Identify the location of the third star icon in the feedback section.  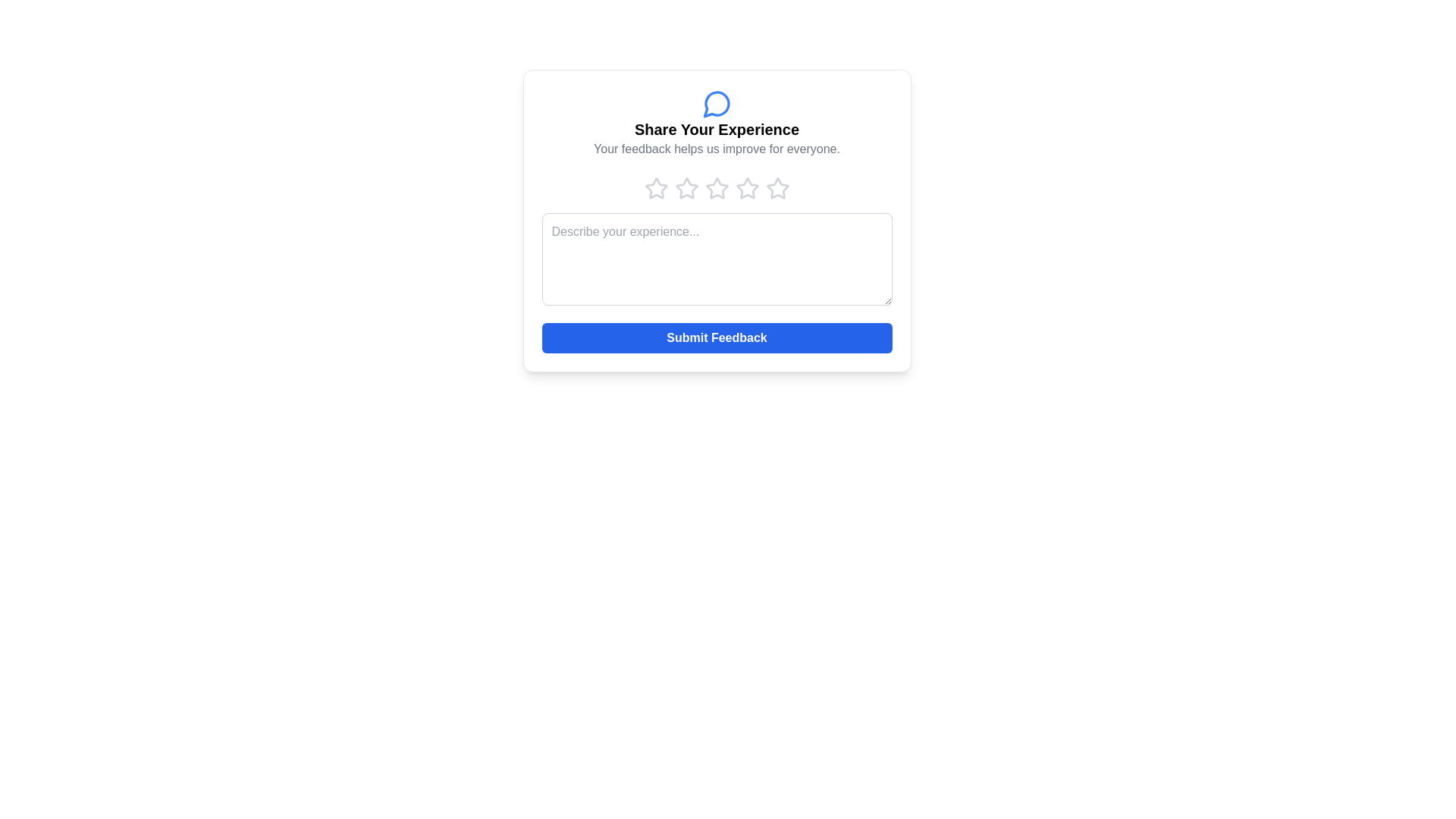
(747, 187).